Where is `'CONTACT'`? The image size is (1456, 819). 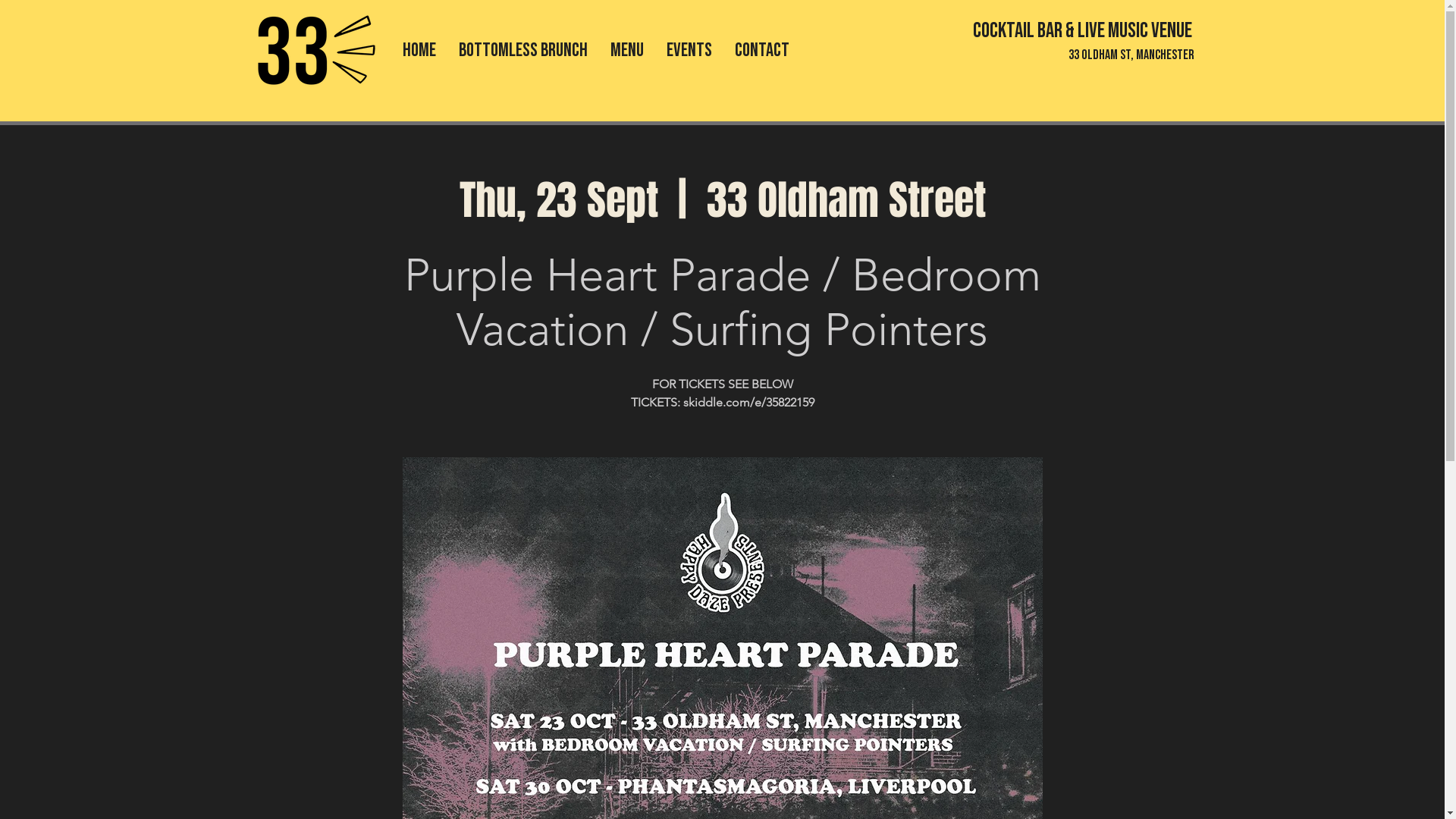
'CONTACT' is located at coordinates (761, 49).